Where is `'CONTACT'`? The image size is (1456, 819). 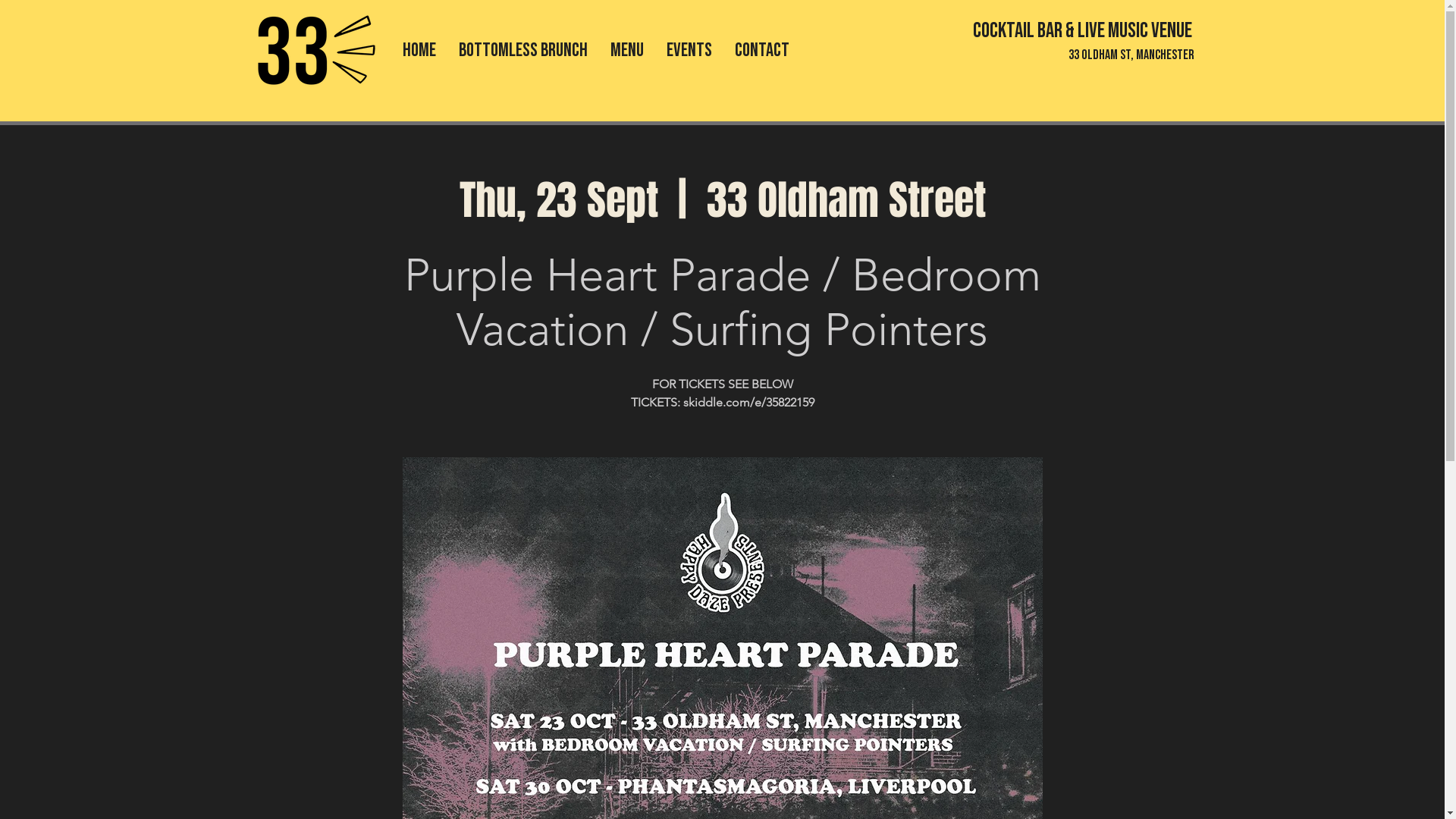
'CONTACT' is located at coordinates (761, 49).